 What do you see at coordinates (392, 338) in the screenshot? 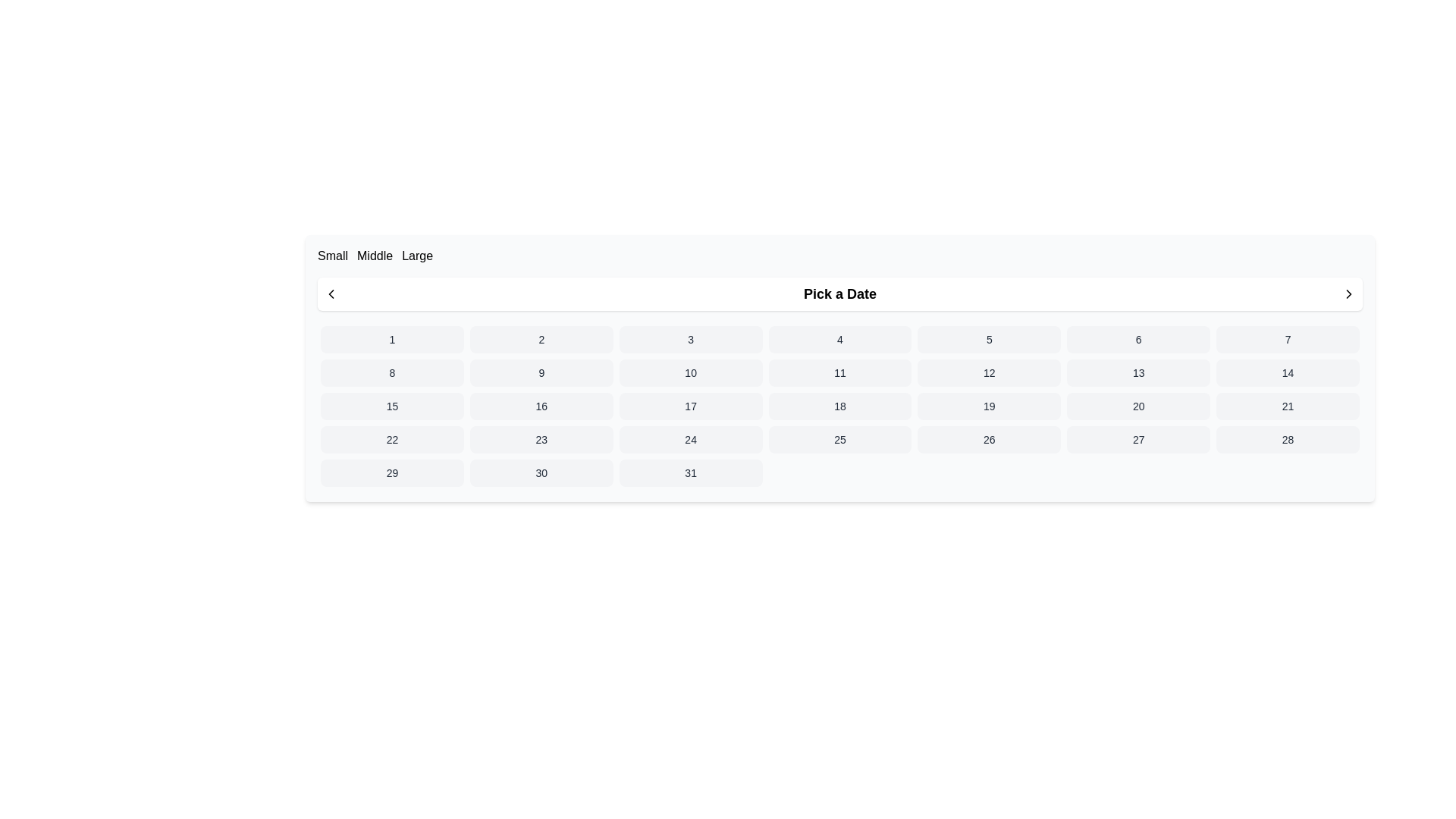
I see `the first button in the grid of numbers` at bounding box center [392, 338].